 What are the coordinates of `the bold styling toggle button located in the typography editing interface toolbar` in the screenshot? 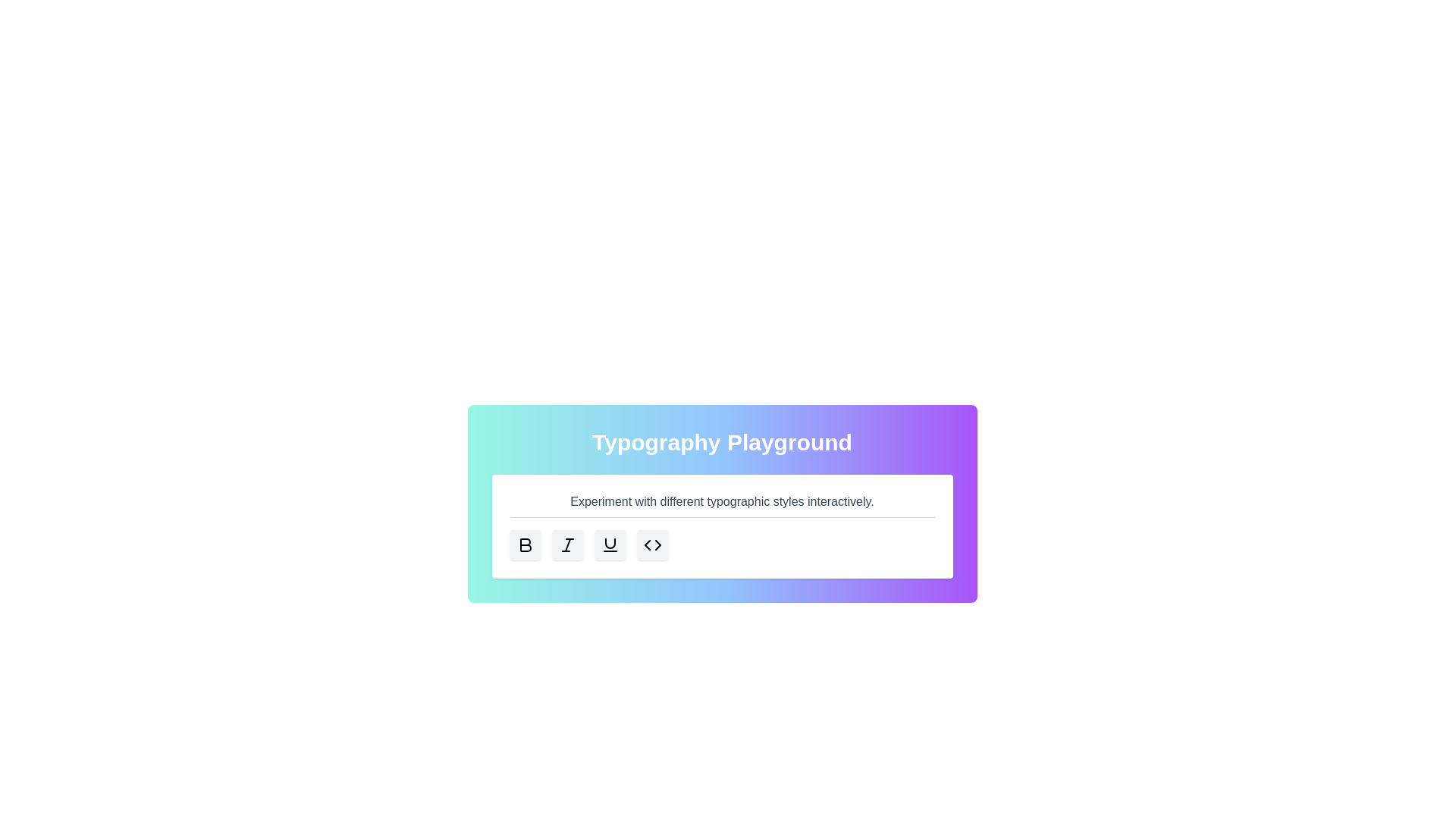 It's located at (525, 544).